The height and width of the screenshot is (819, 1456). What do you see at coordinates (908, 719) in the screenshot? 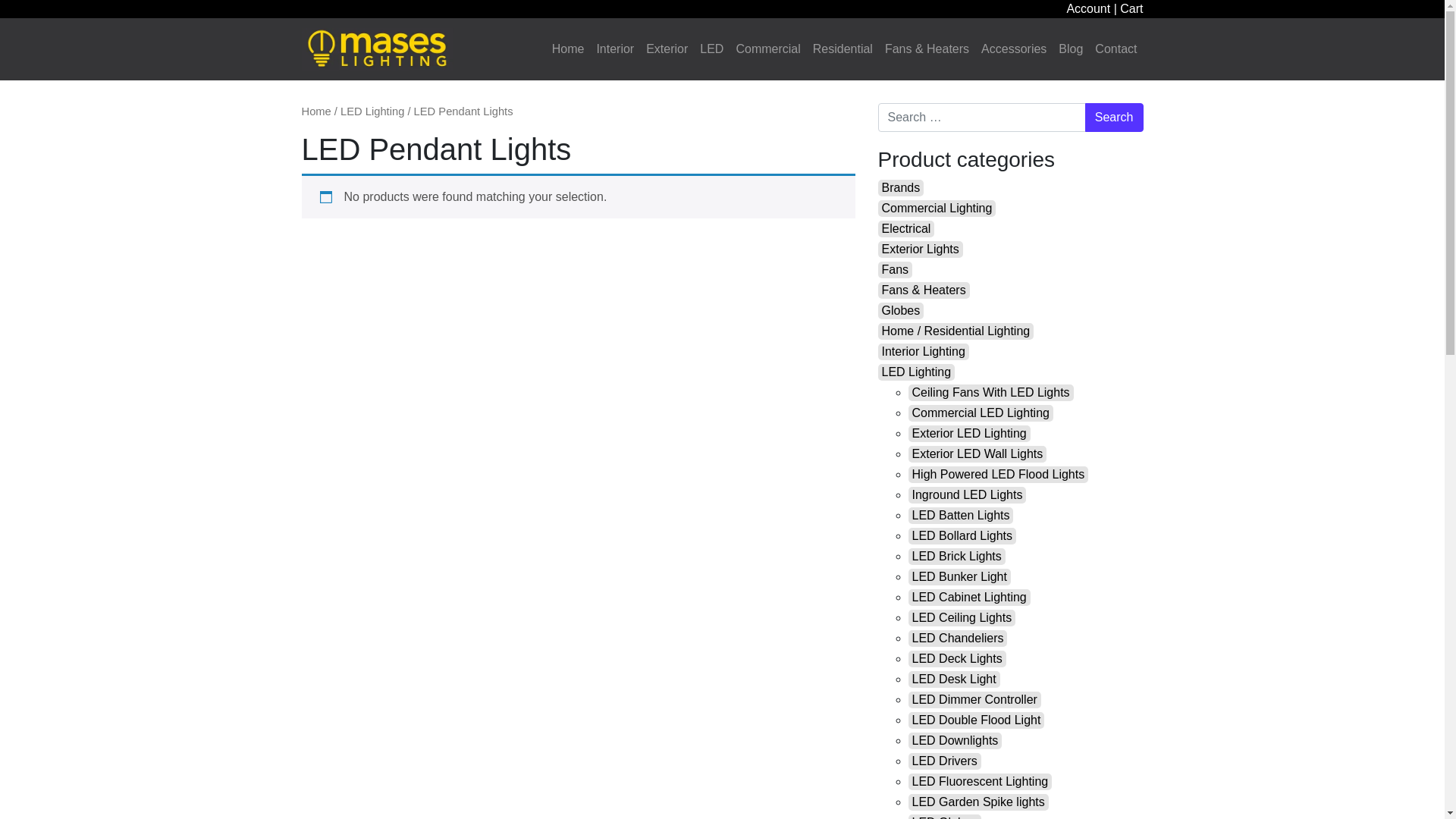
I see `'LED Double Flood Light'` at bounding box center [908, 719].